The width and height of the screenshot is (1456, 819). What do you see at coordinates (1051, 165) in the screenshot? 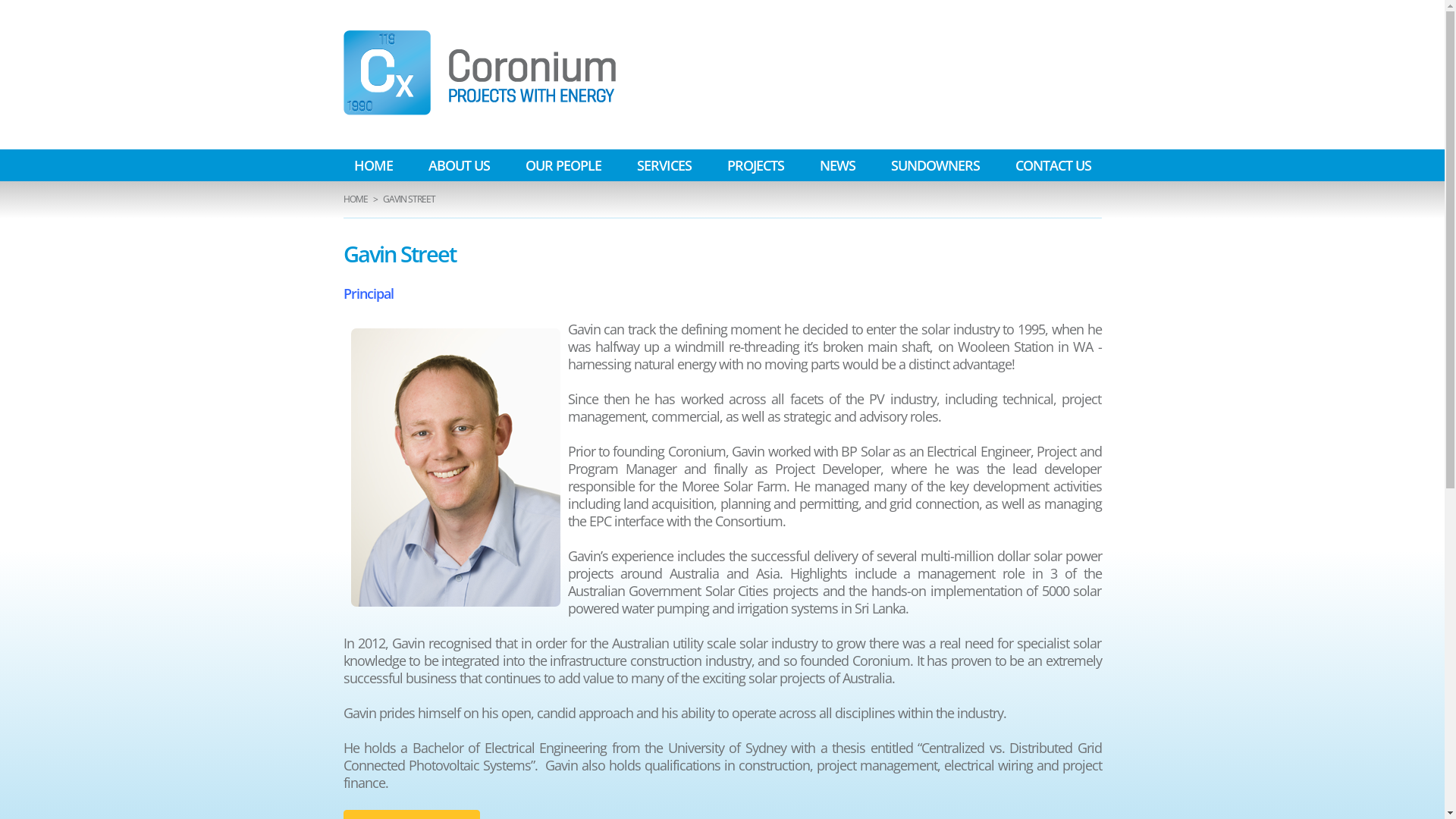
I see `'CONTACT US'` at bounding box center [1051, 165].